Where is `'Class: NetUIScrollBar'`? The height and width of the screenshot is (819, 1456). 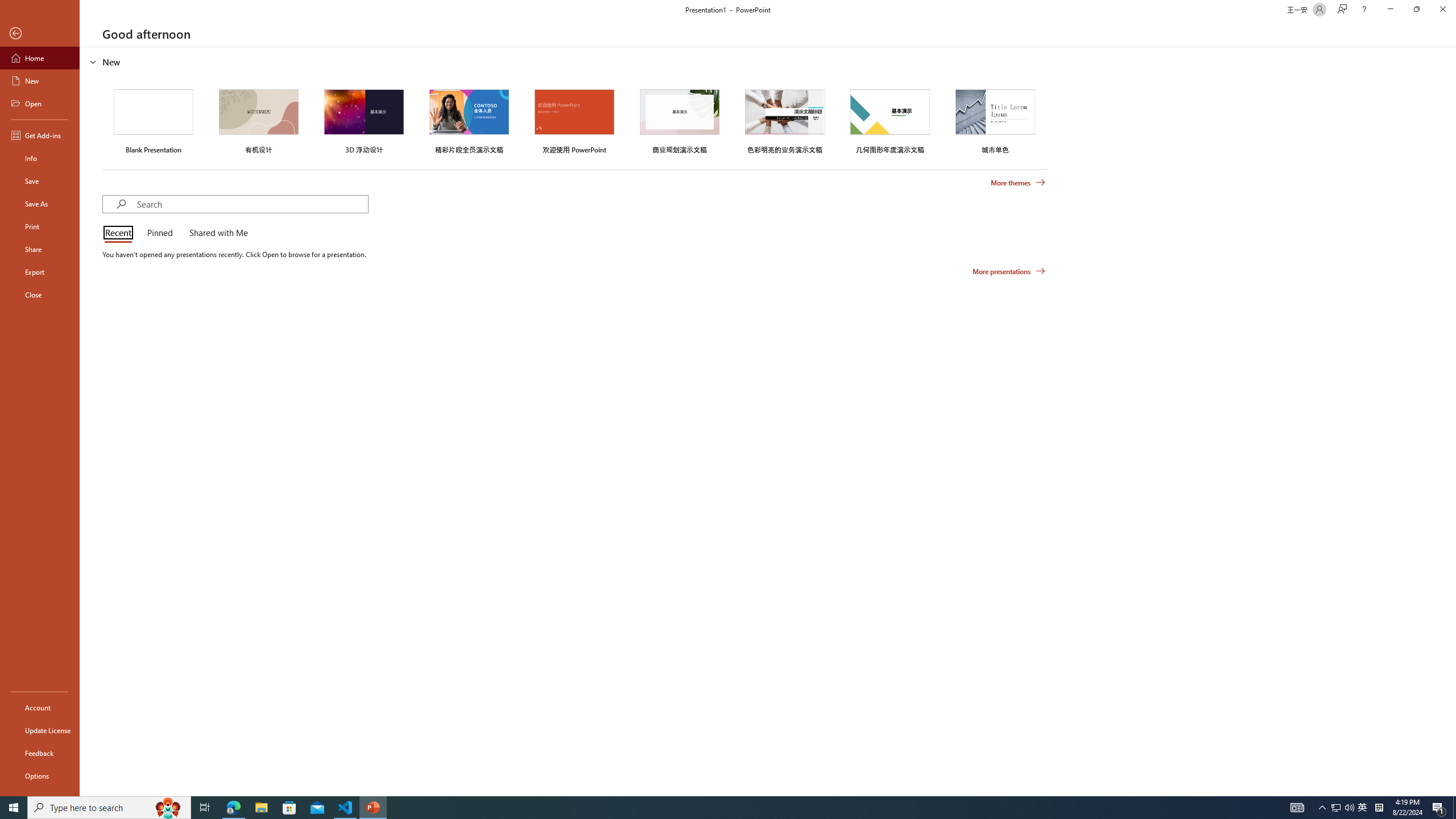 'Class: NetUIScrollBar' is located at coordinates (1451, 421).